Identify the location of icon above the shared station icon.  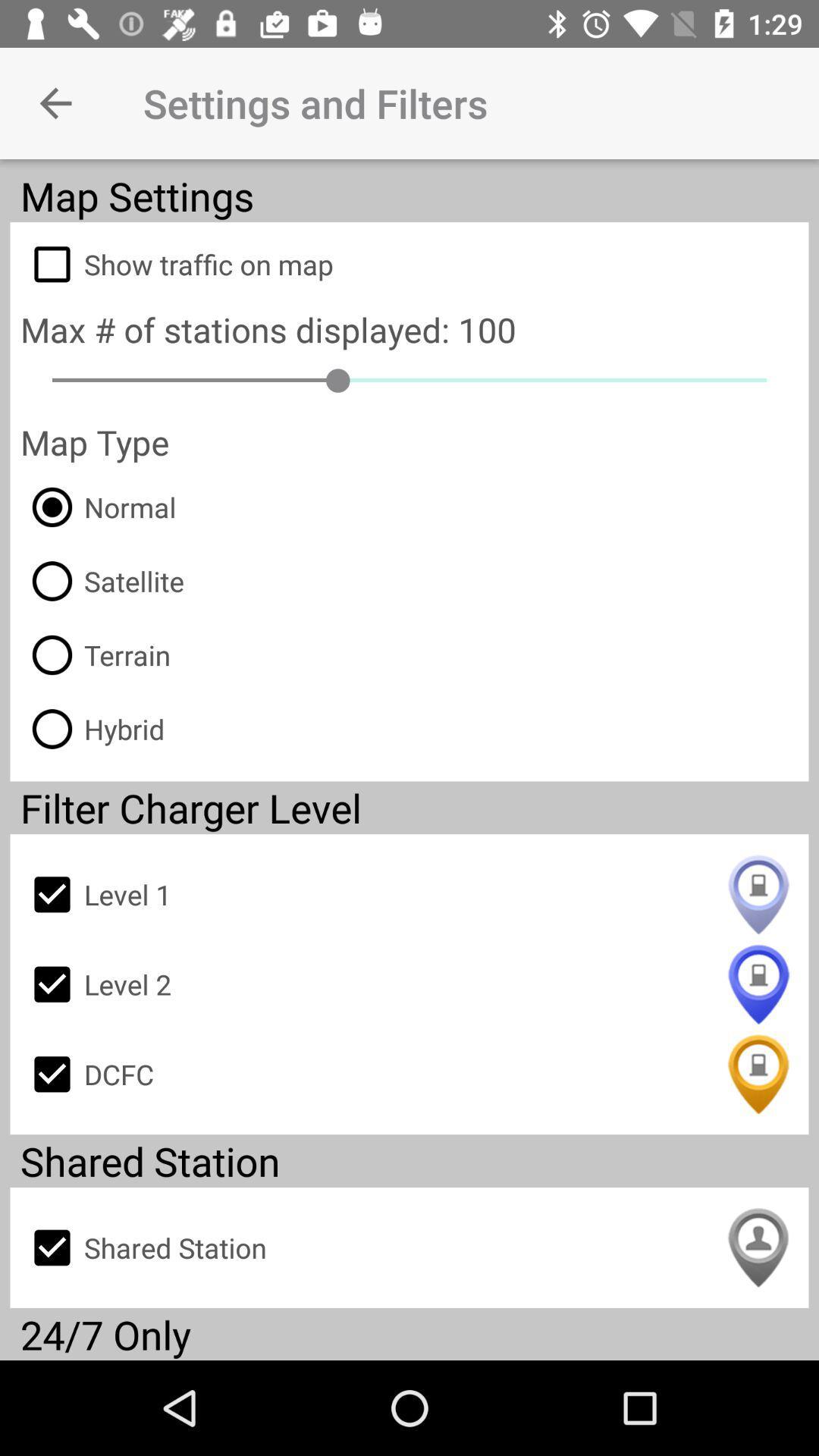
(409, 1073).